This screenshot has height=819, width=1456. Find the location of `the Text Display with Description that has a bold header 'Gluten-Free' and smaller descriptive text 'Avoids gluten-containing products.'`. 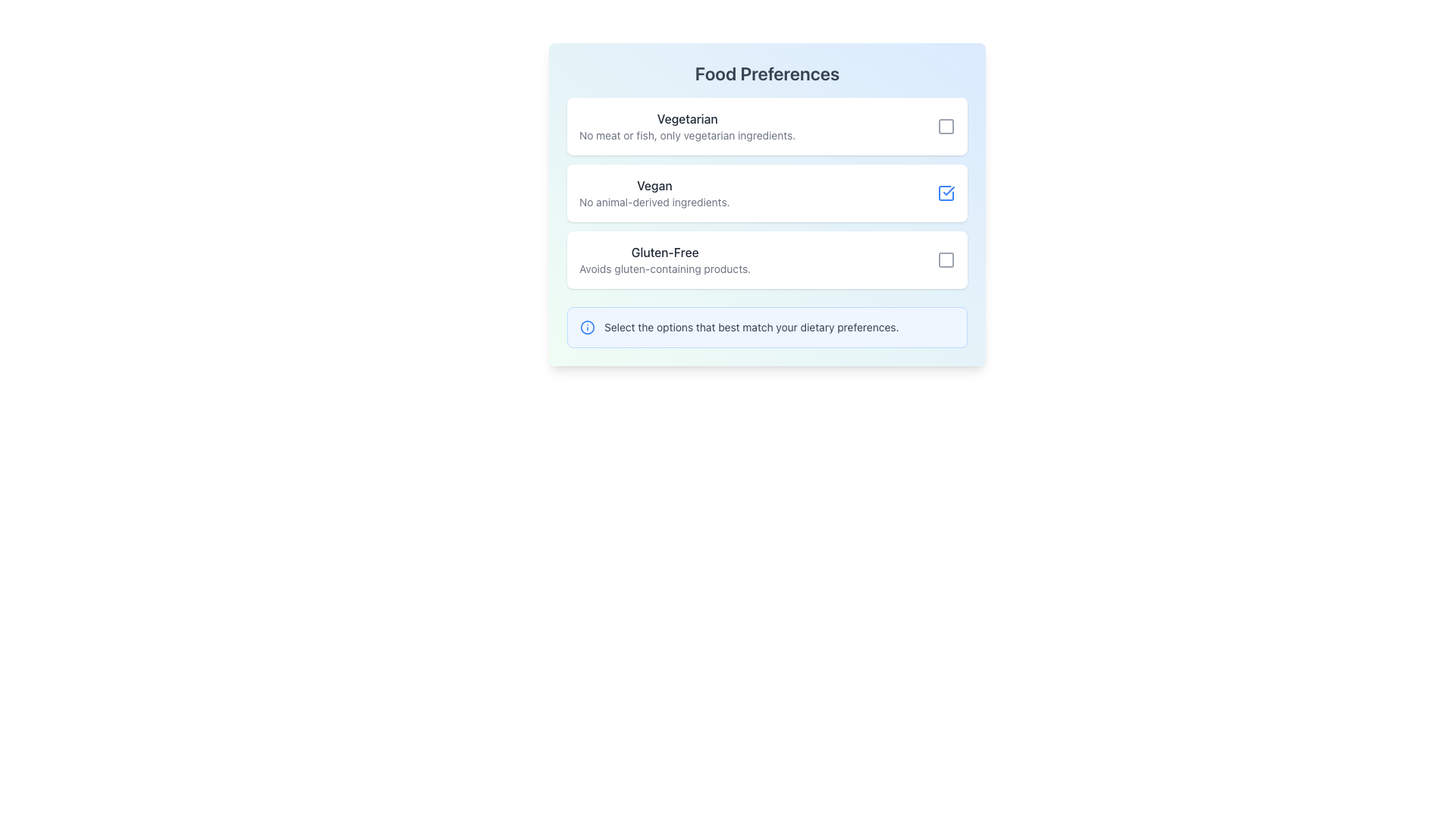

the Text Display with Description that has a bold header 'Gluten-Free' and smaller descriptive text 'Avoids gluten-containing products.' is located at coordinates (665, 259).